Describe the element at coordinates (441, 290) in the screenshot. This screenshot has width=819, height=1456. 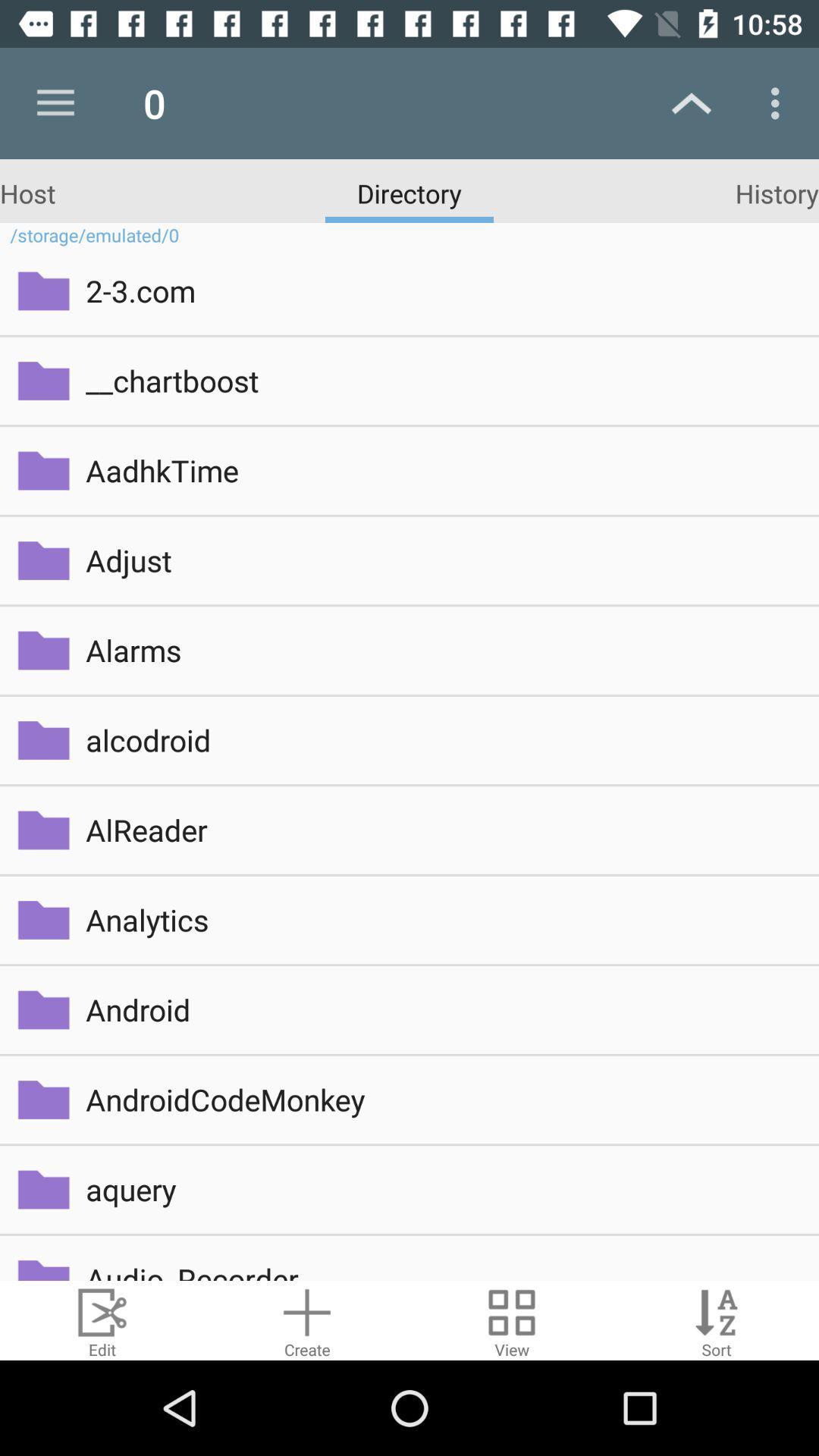
I see `the item below the /storage/emulated/0` at that location.